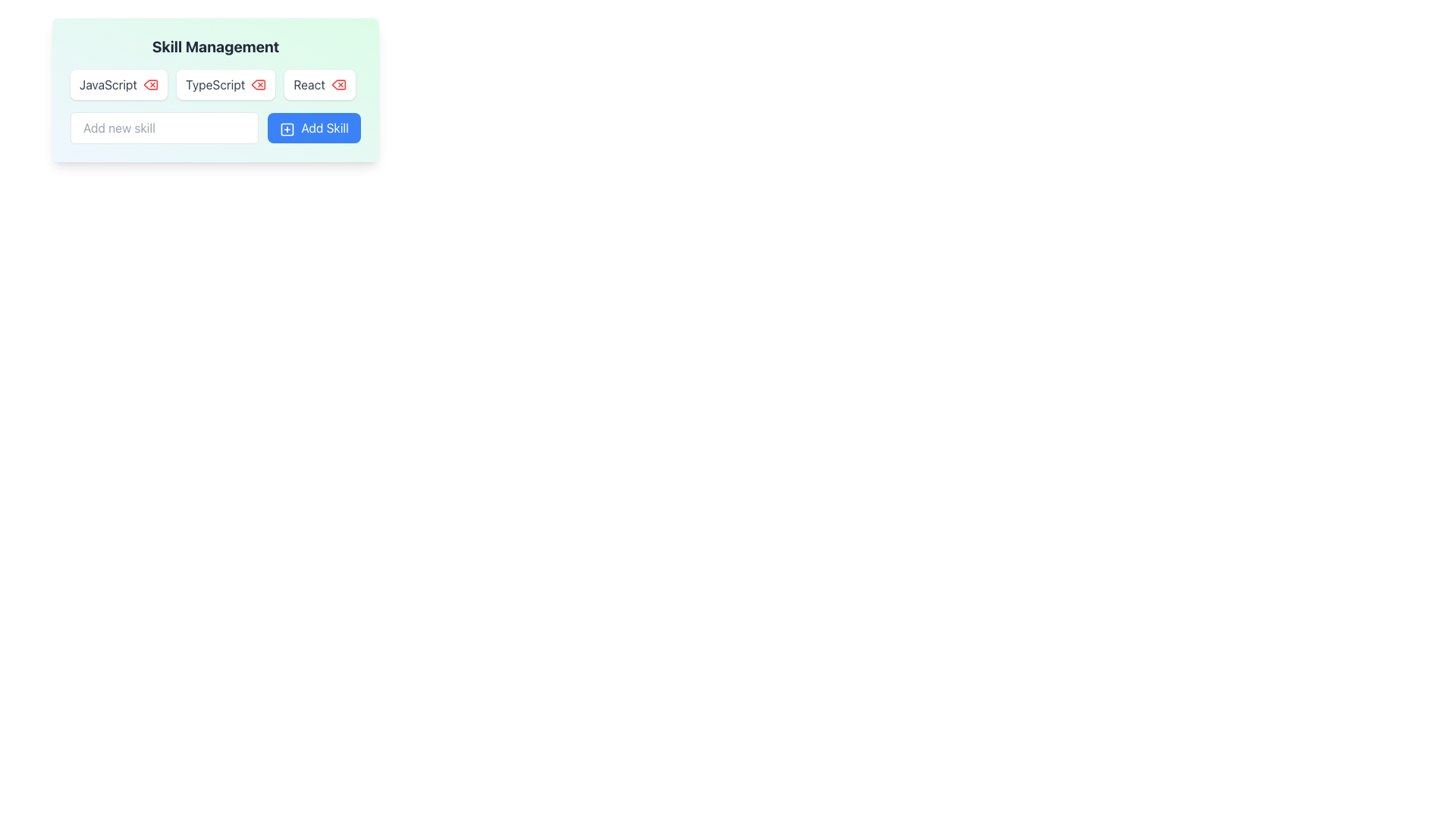  What do you see at coordinates (287, 128) in the screenshot?
I see `the small square icon with a plus sign inside it, located at the left side of the 'Add Skill' button` at bounding box center [287, 128].